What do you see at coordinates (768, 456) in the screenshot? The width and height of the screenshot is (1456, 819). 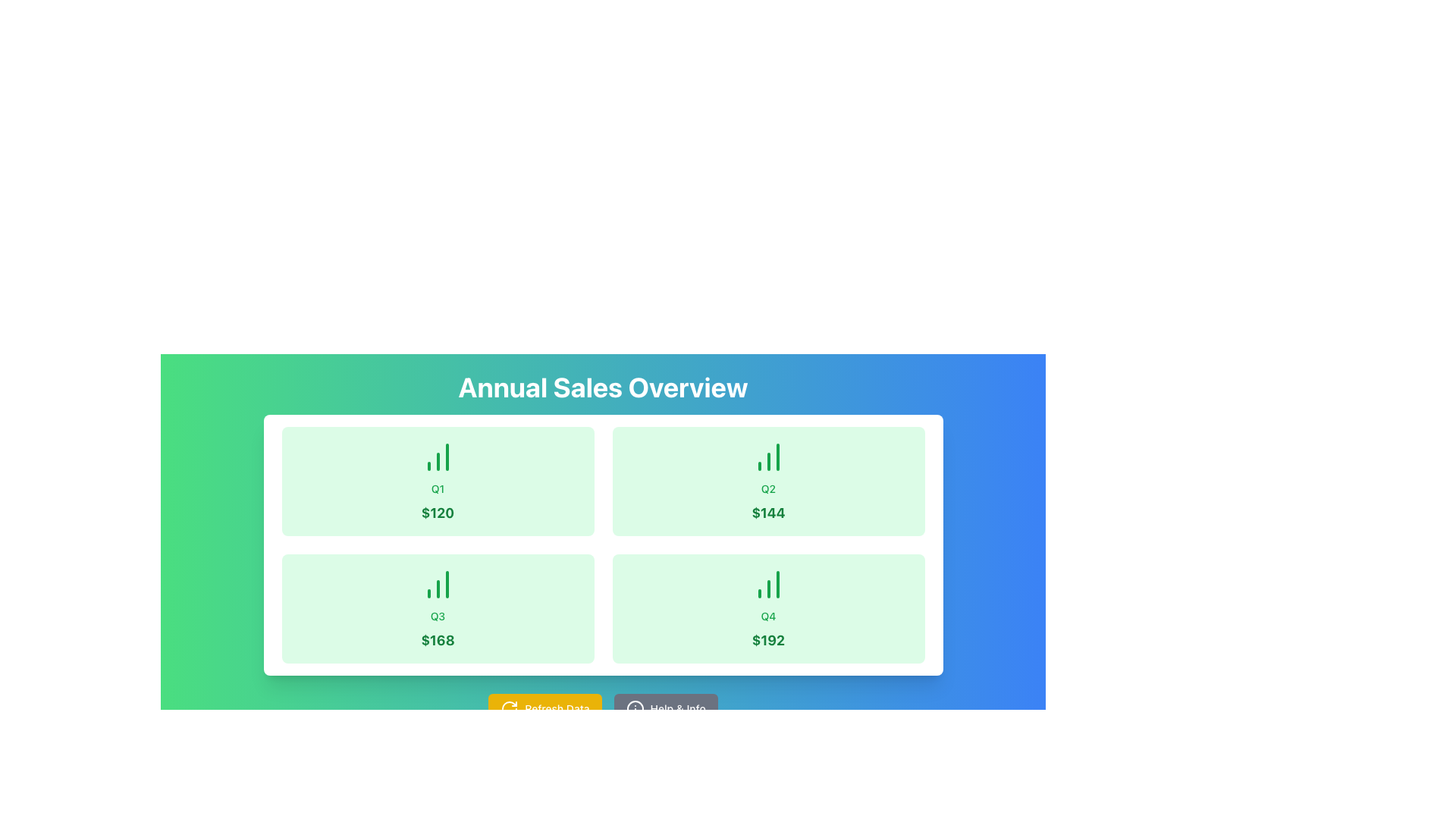 I see `the stylized bar chart icon representing data in the dashboard interface` at bounding box center [768, 456].